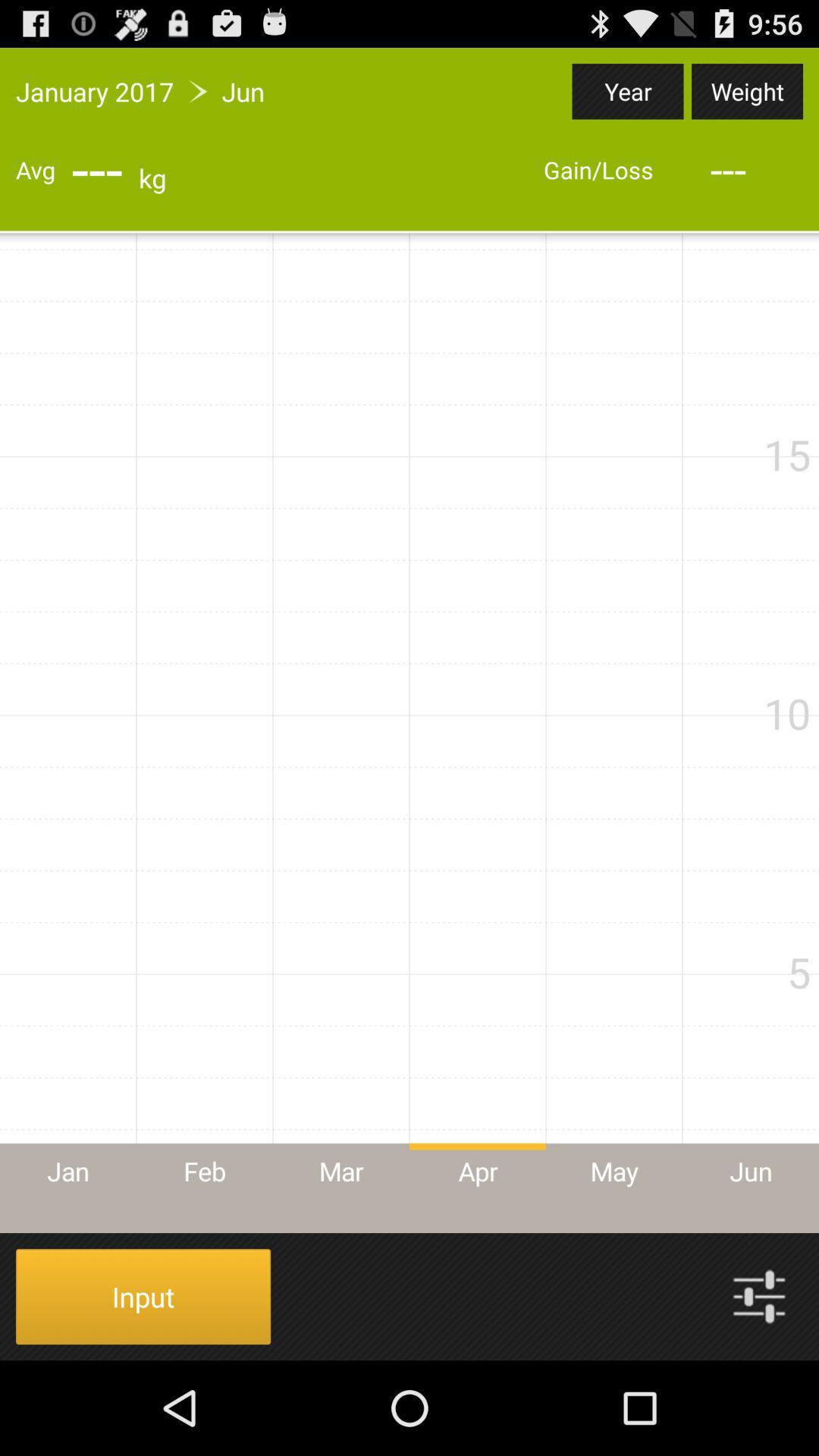 The width and height of the screenshot is (819, 1456). What do you see at coordinates (759, 1295) in the screenshot?
I see `the item next to the input button` at bounding box center [759, 1295].